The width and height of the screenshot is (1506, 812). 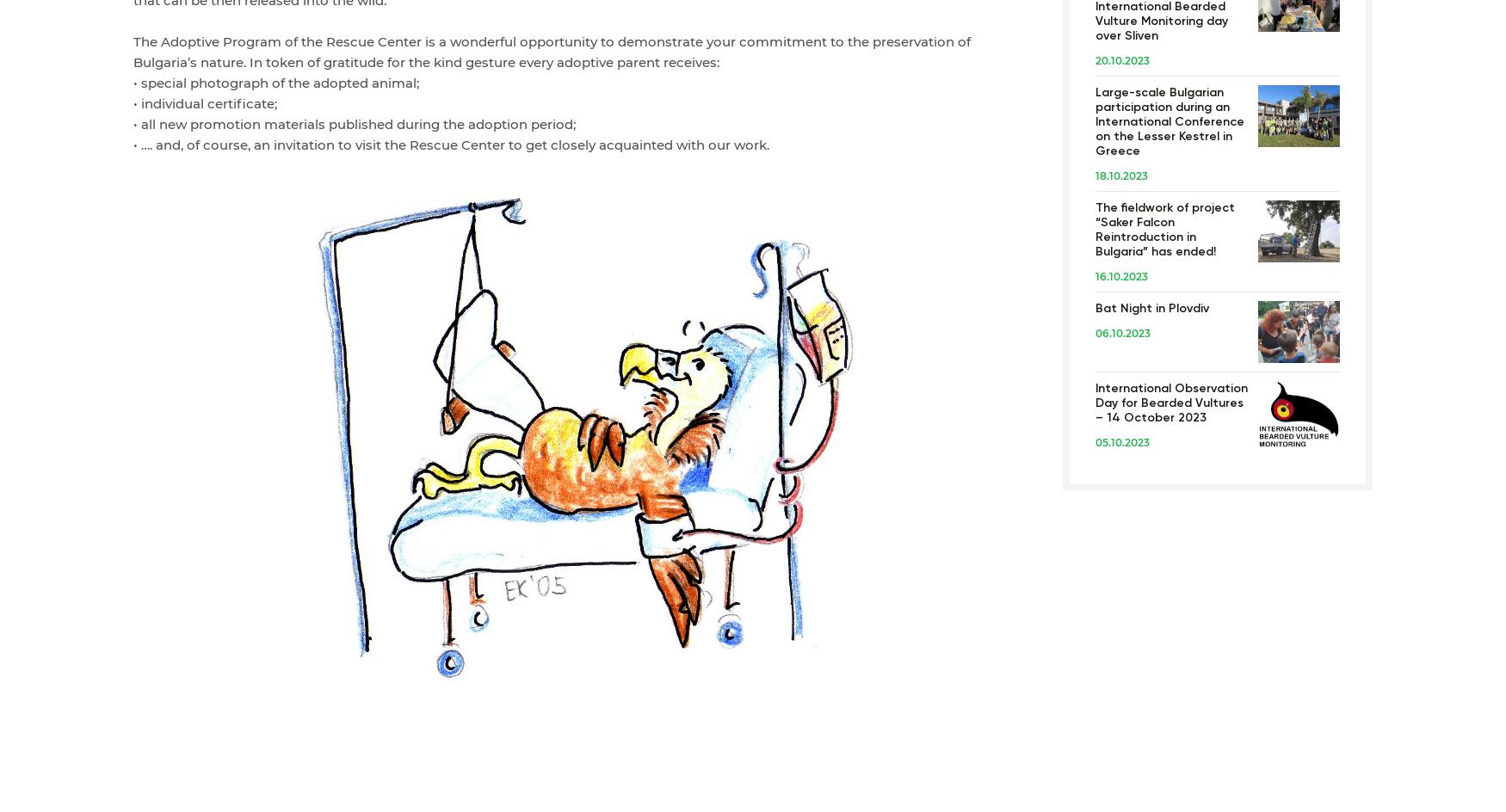 I want to click on '18.10.2023', so click(x=1120, y=175).